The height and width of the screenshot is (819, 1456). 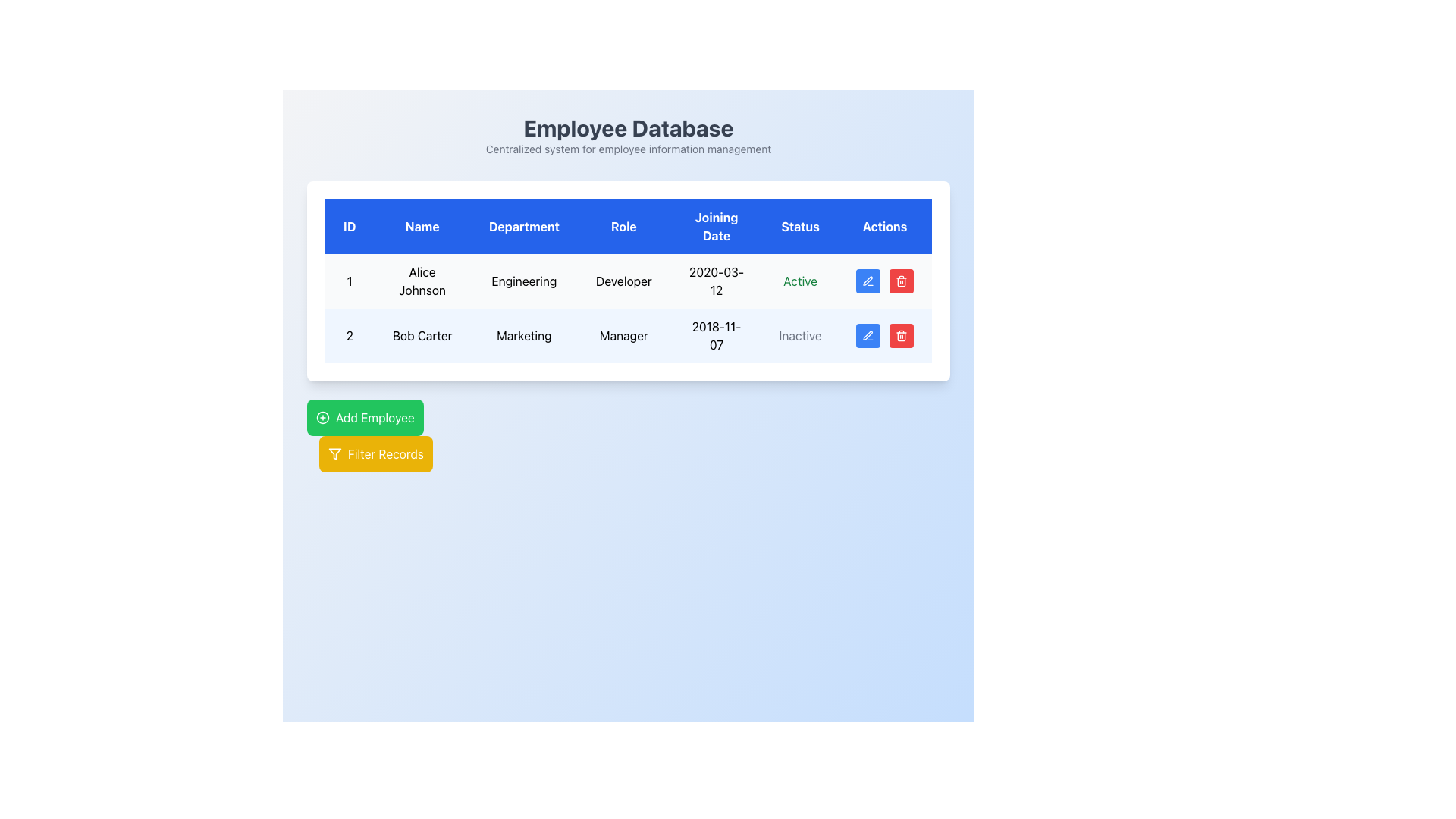 What do you see at coordinates (868, 334) in the screenshot?
I see `the edit button/icon in the Actions column of the second row of the table` at bounding box center [868, 334].